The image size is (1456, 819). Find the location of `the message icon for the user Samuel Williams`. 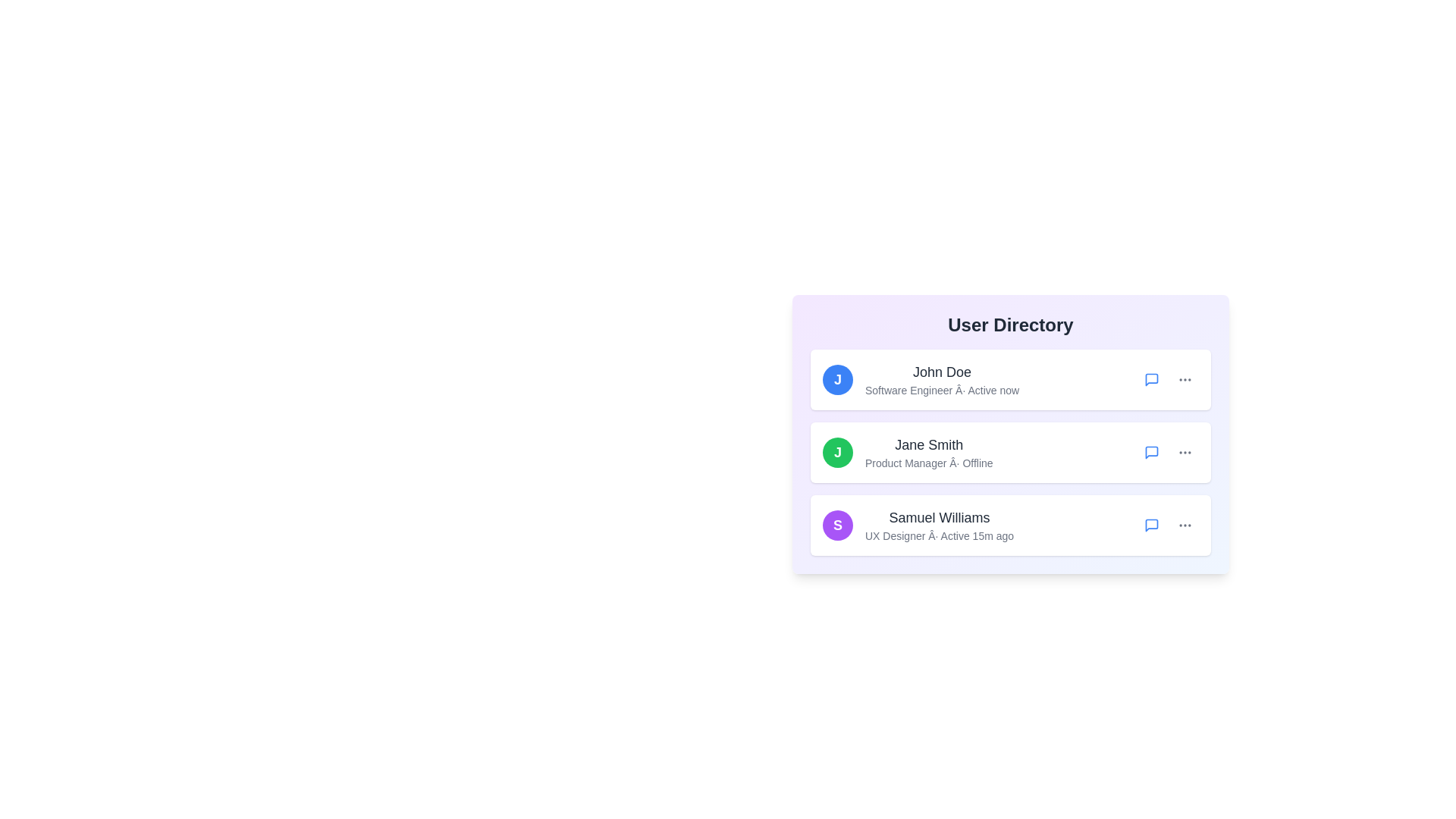

the message icon for the user Samuel Williams is located at coordinates (1151, 525).